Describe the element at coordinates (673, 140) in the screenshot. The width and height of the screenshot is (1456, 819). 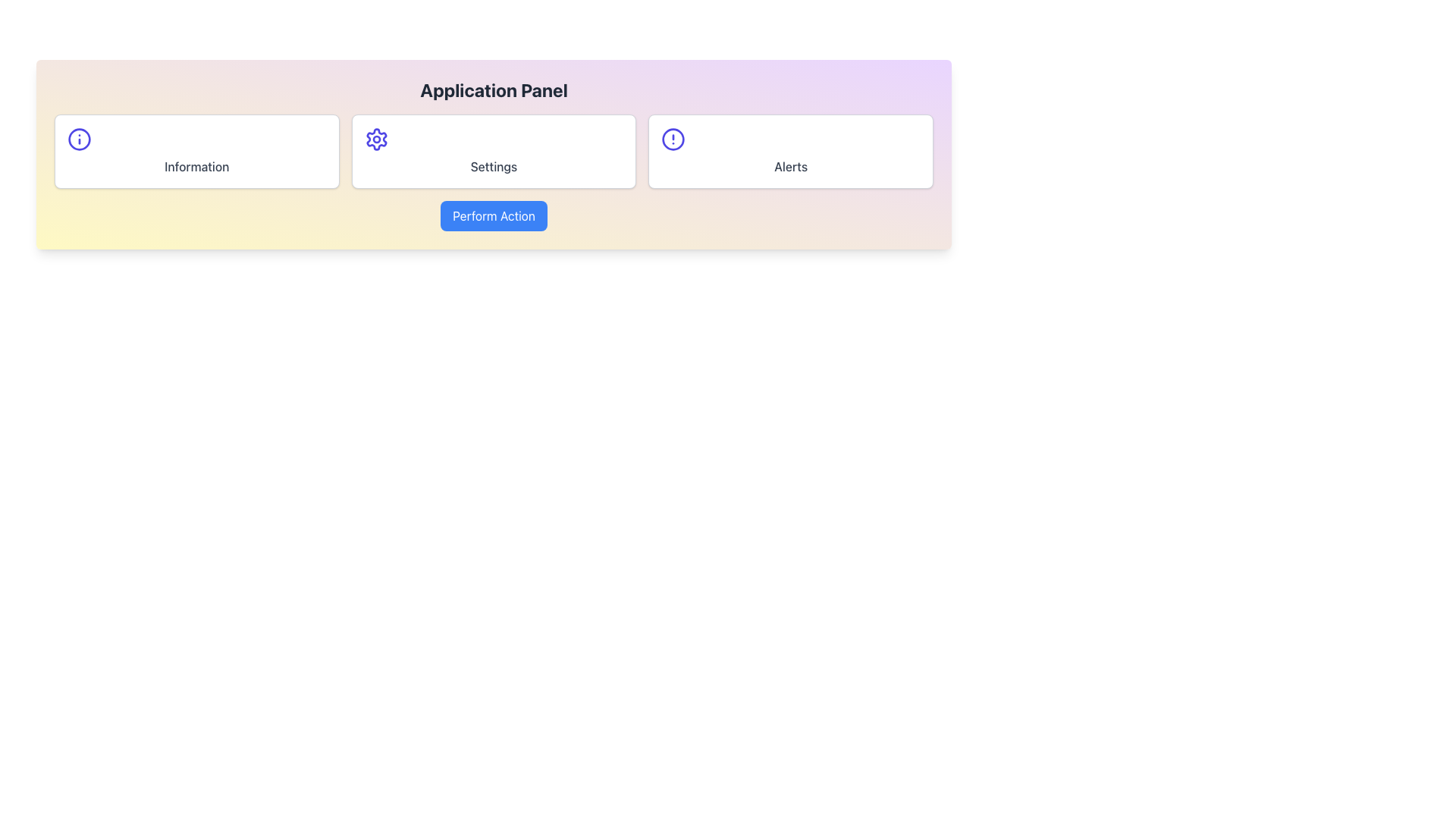
I see `the indigo exclamation mark icon located at the top-left corner of the 'Alerts' card` at that location.